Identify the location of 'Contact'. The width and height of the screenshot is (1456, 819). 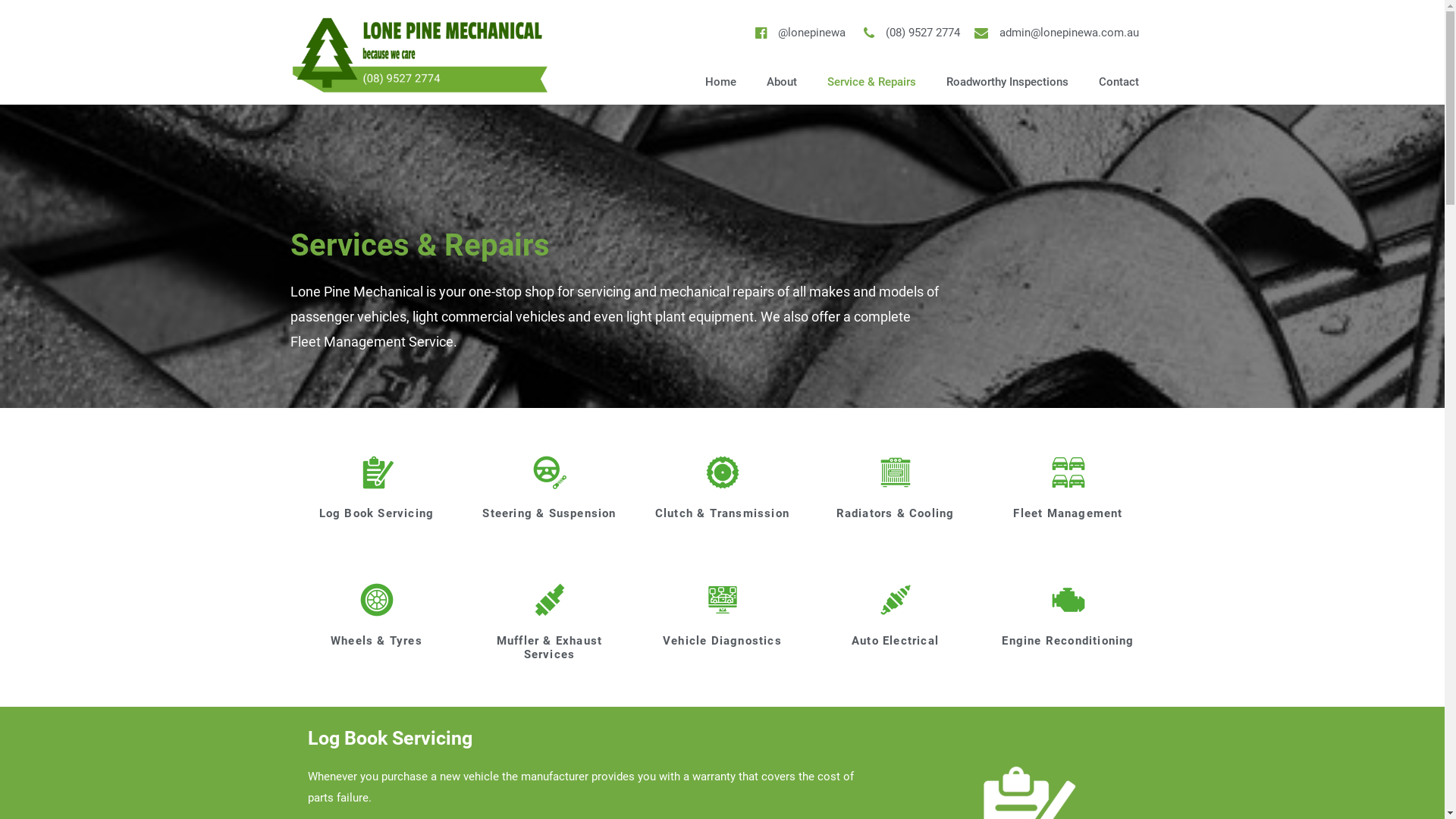
(1119, 82).